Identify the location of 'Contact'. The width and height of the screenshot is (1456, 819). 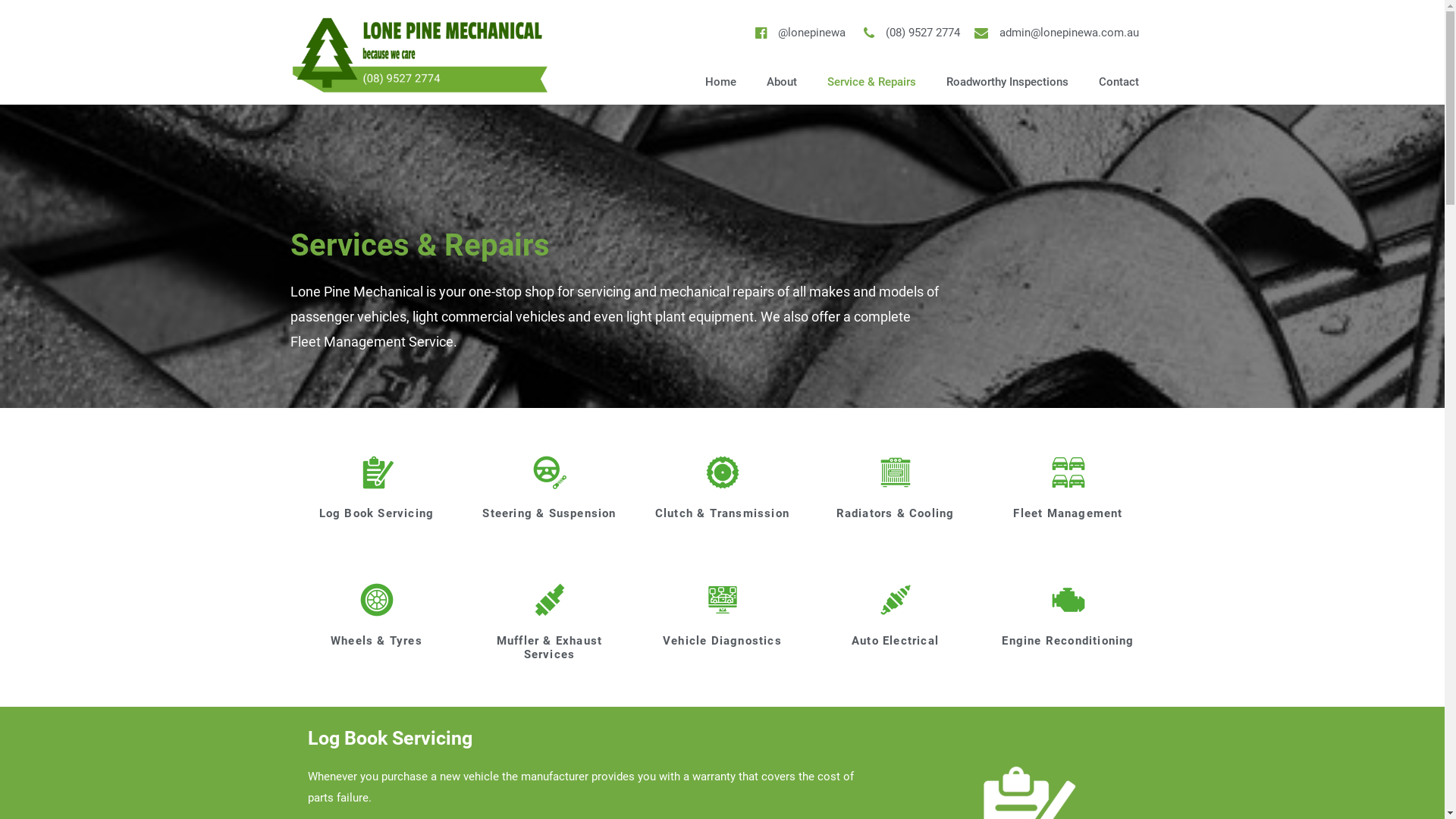
(1119, 82).